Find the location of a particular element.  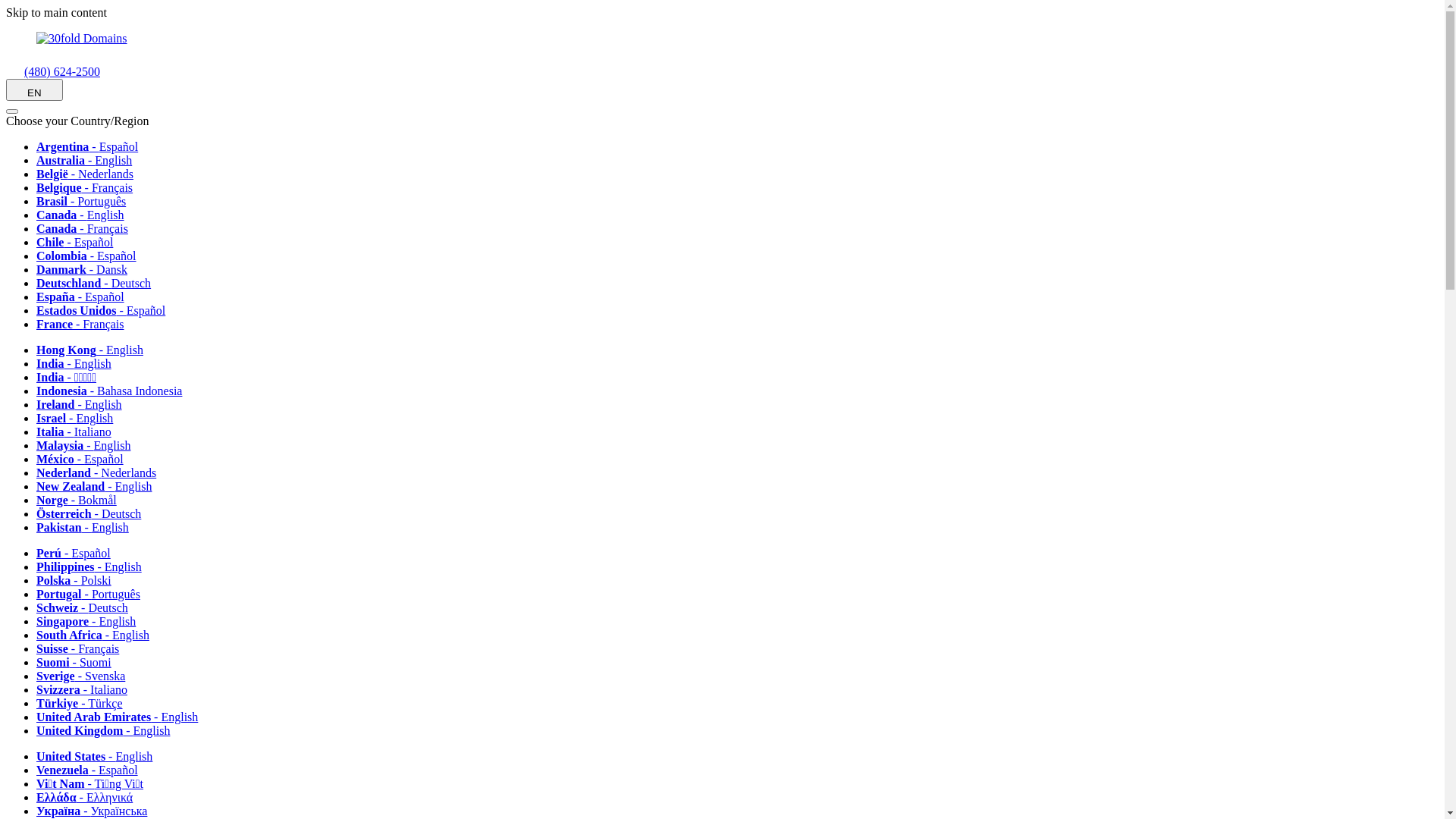

'Nederland - Nederlands' is located at coordinates (101, 472).